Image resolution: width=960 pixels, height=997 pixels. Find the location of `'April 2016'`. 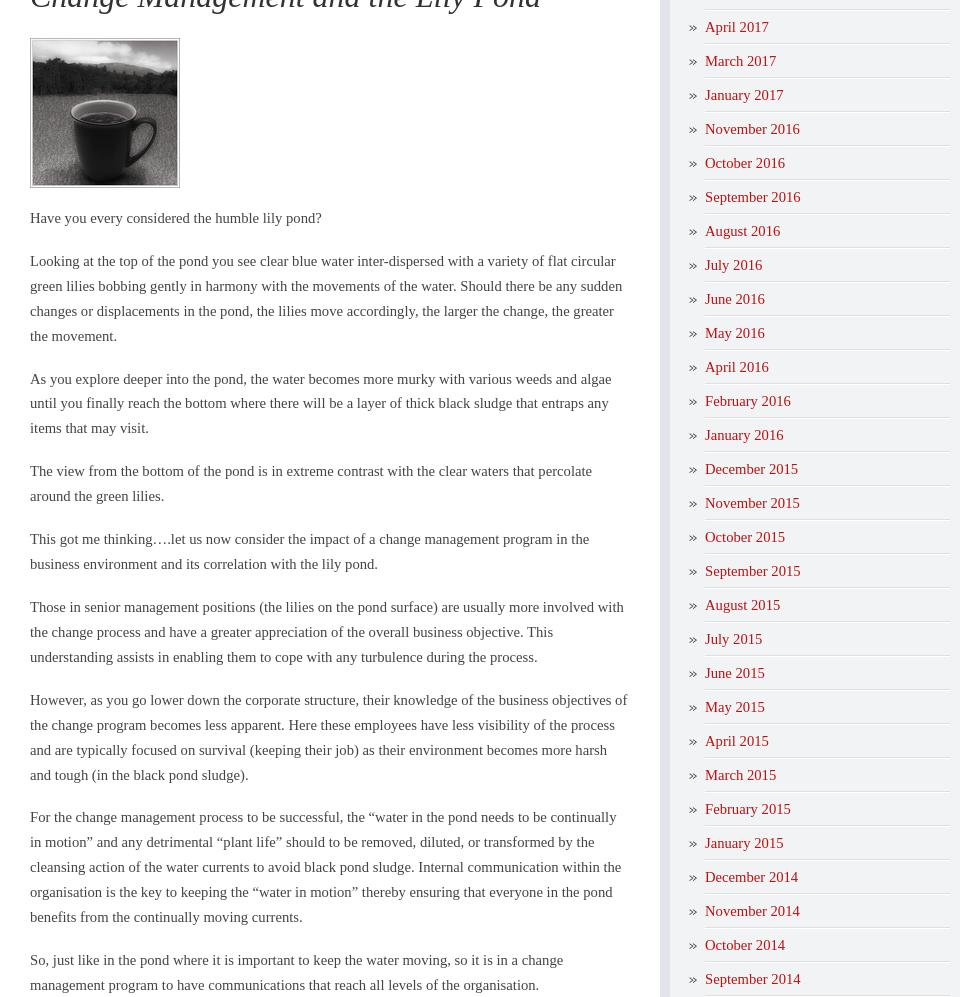

'April 2016' is located at coordinates (735, 365).